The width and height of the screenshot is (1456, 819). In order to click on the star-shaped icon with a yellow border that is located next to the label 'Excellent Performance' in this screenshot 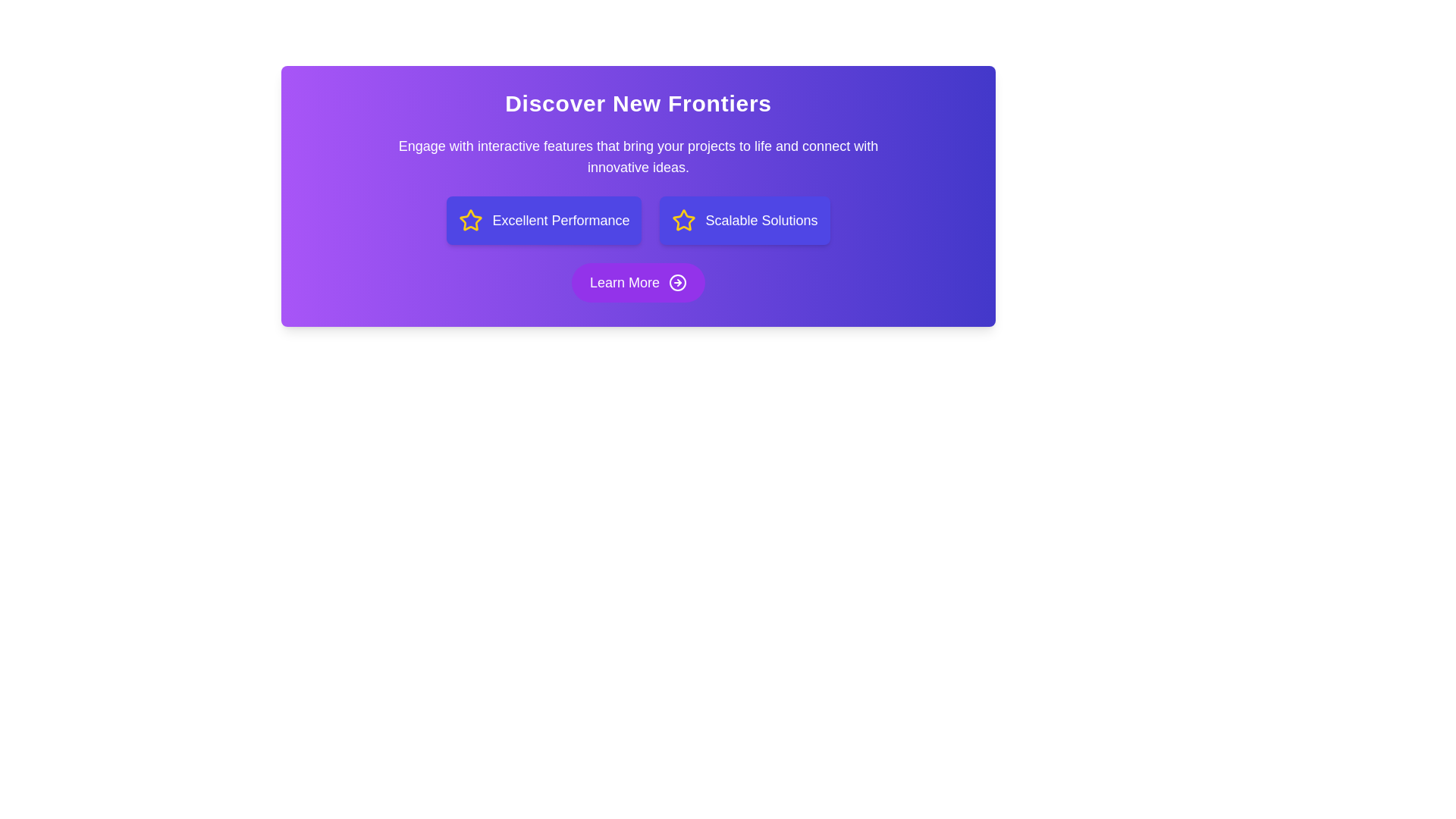, I will do `click(470, 220)`.